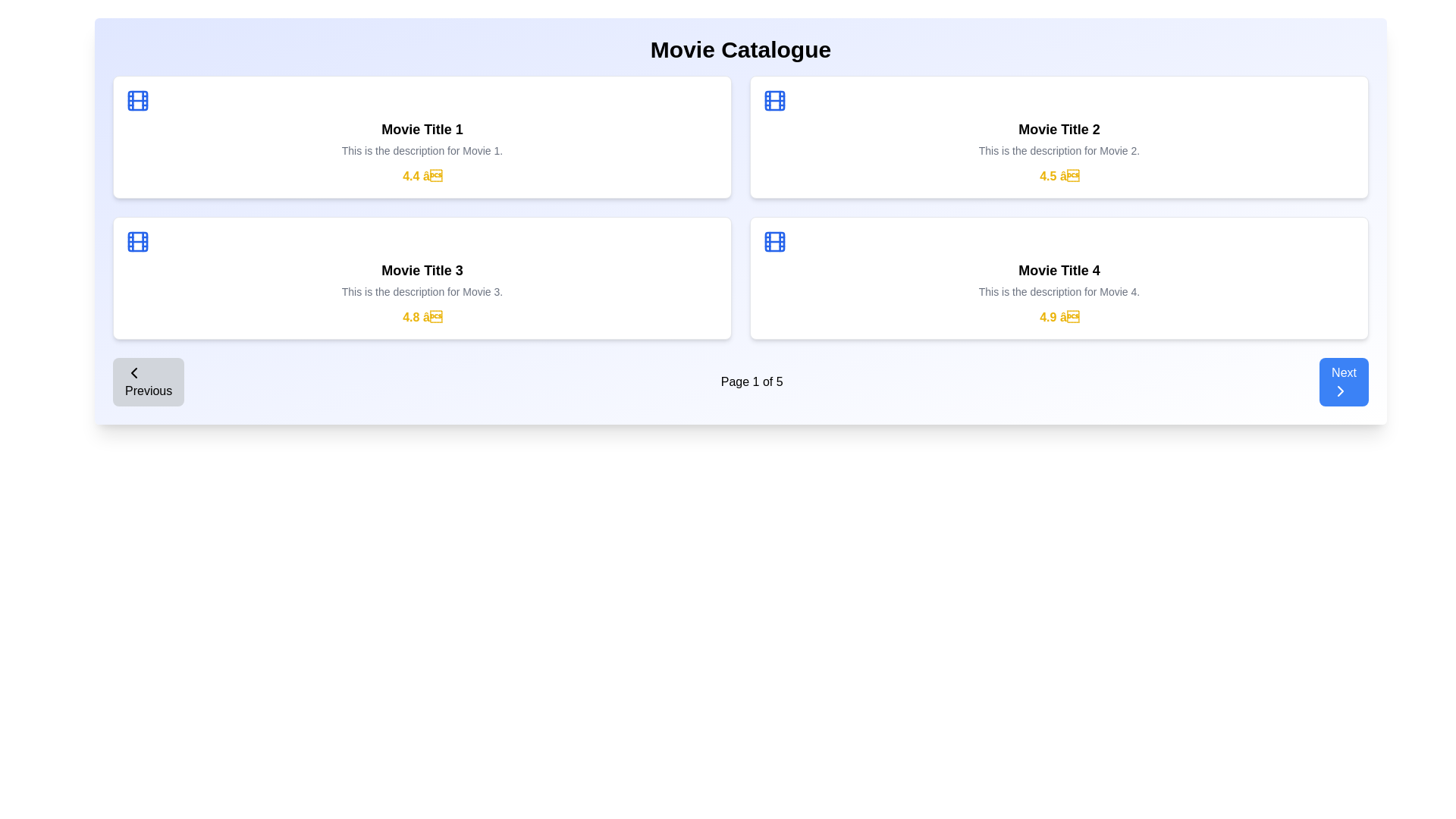 The width and height of the screenshot is (1456, 819). What do you see at coordinates (1058, 292) in the screenshot?
I see `the description text for 'Movie 4' which is centrally aligned in the card layout, situated below 'Movie Title 4' and above the rating text '4.9'` at bounding box center [1058, 292].